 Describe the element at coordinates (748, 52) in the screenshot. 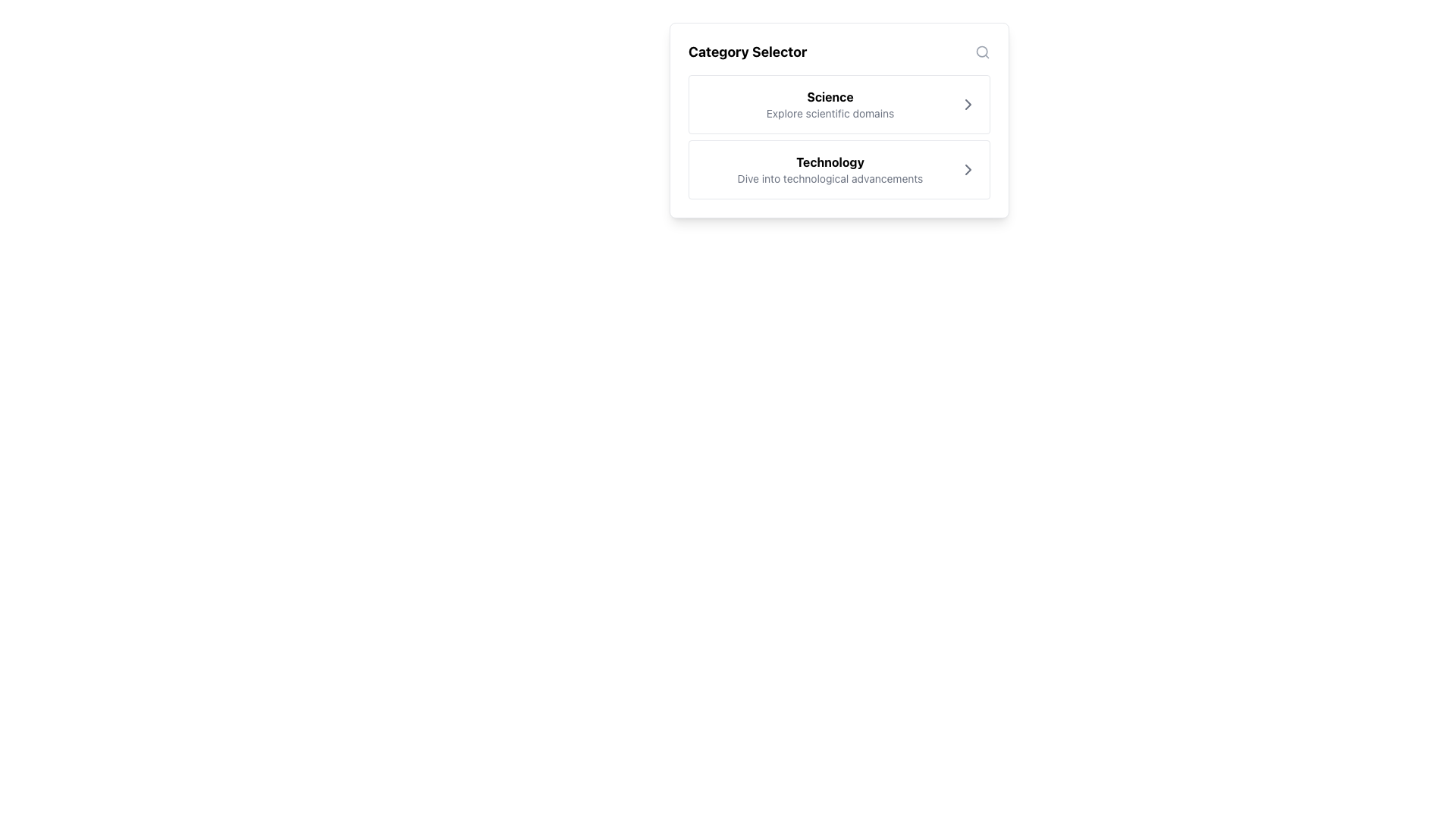

I see `the static text element that serves as the header or title at the top-left corner of the interface panel` at that location.